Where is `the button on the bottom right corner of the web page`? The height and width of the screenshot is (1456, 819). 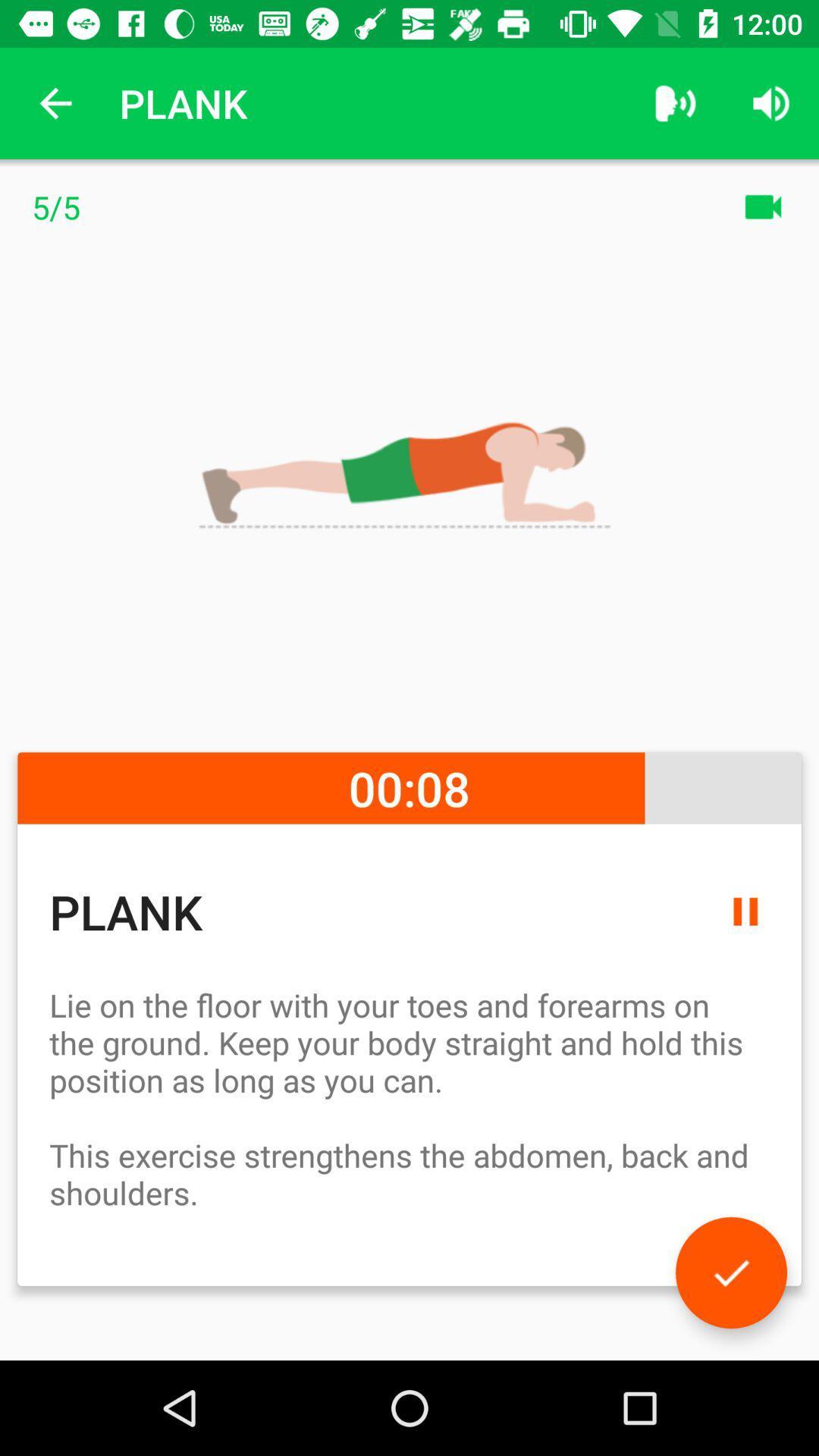 the button on the bottom right corner of the web page is located at coordinates (730, 1272).